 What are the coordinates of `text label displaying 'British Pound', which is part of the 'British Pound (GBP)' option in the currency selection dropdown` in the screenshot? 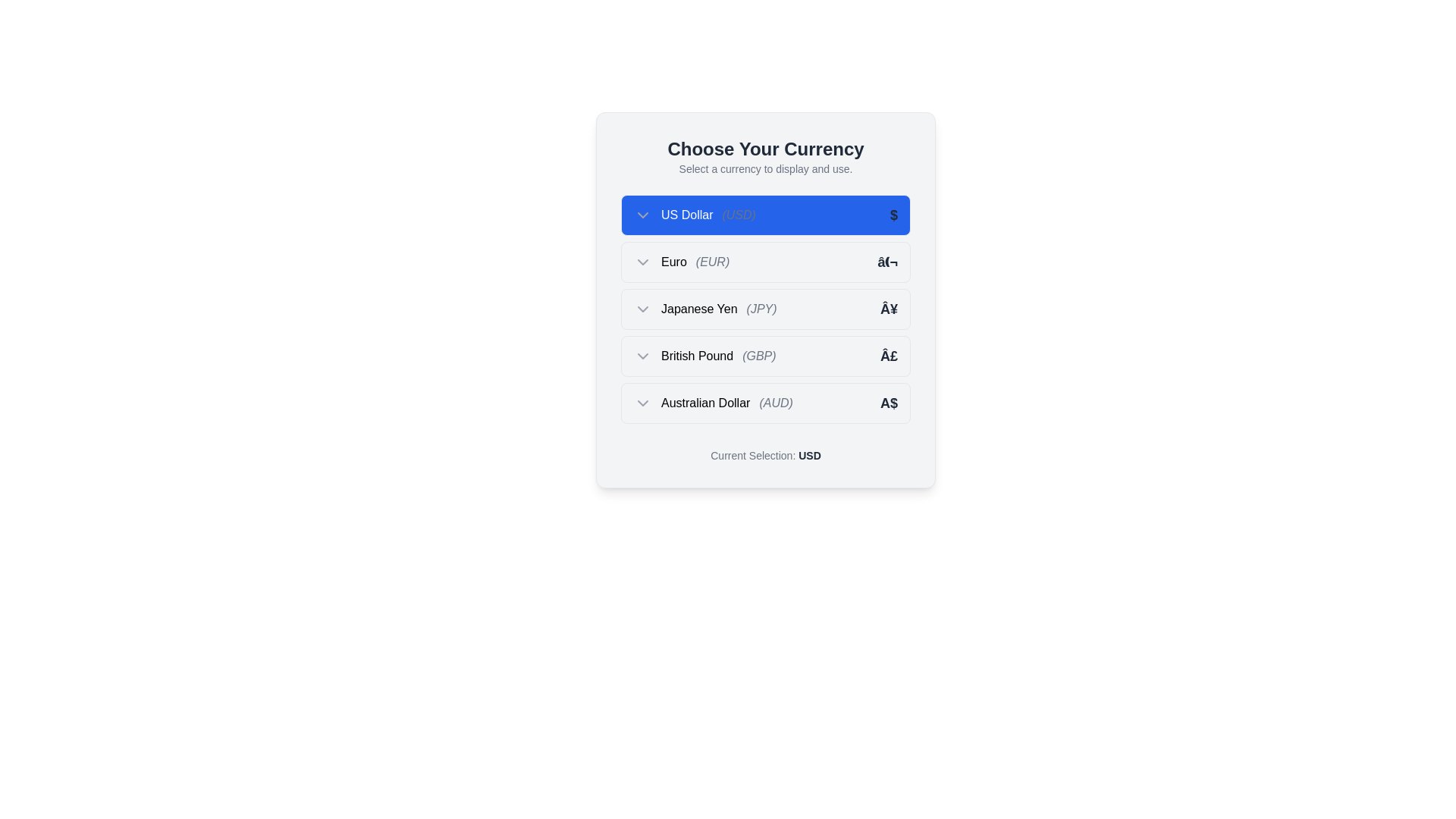 It's located at (696, 356).